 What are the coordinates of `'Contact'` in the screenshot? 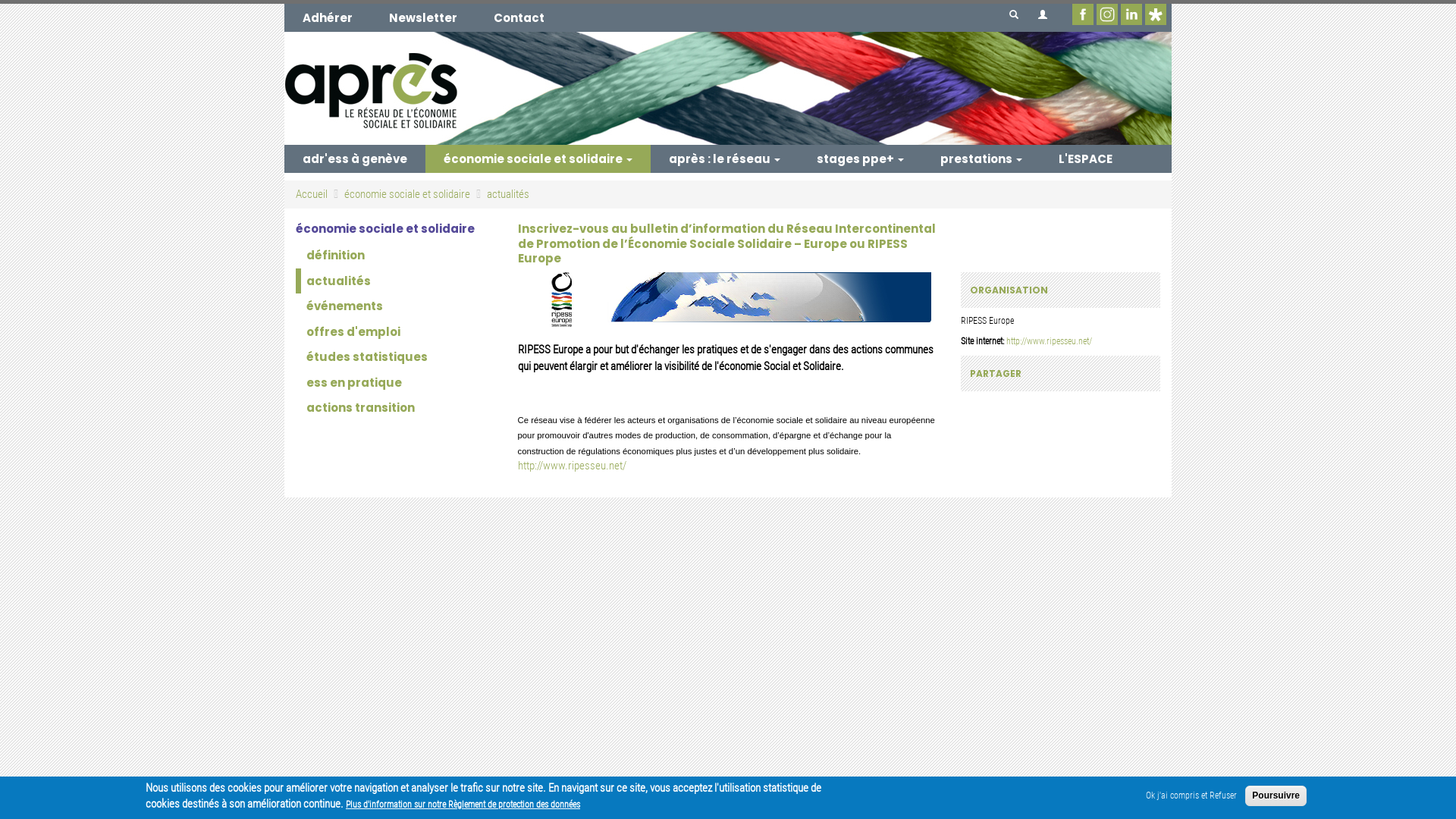 It's located at (519, 17).